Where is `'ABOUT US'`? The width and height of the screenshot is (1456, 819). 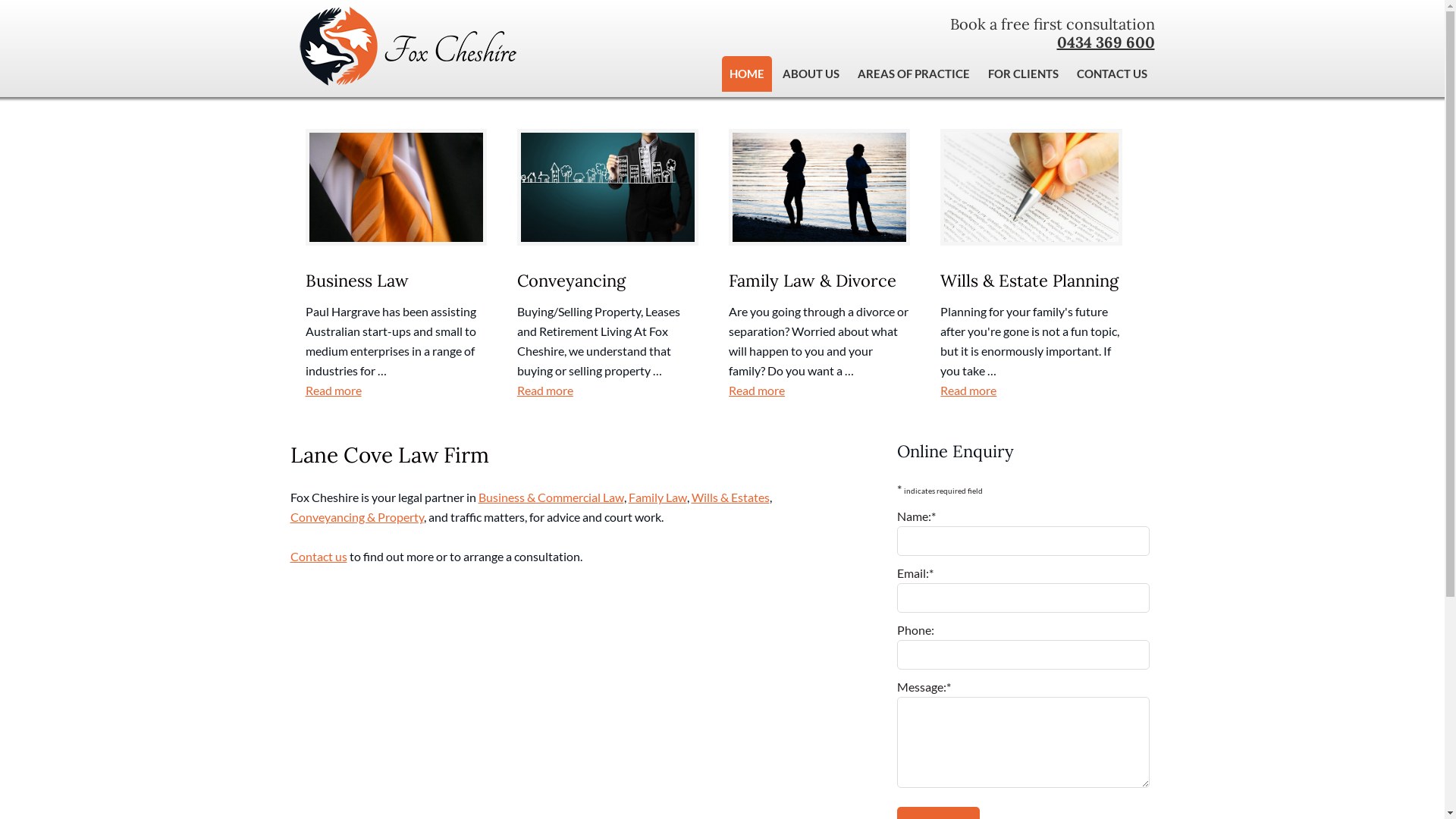
'ABOUT US' is located at coordinates (810, 74).